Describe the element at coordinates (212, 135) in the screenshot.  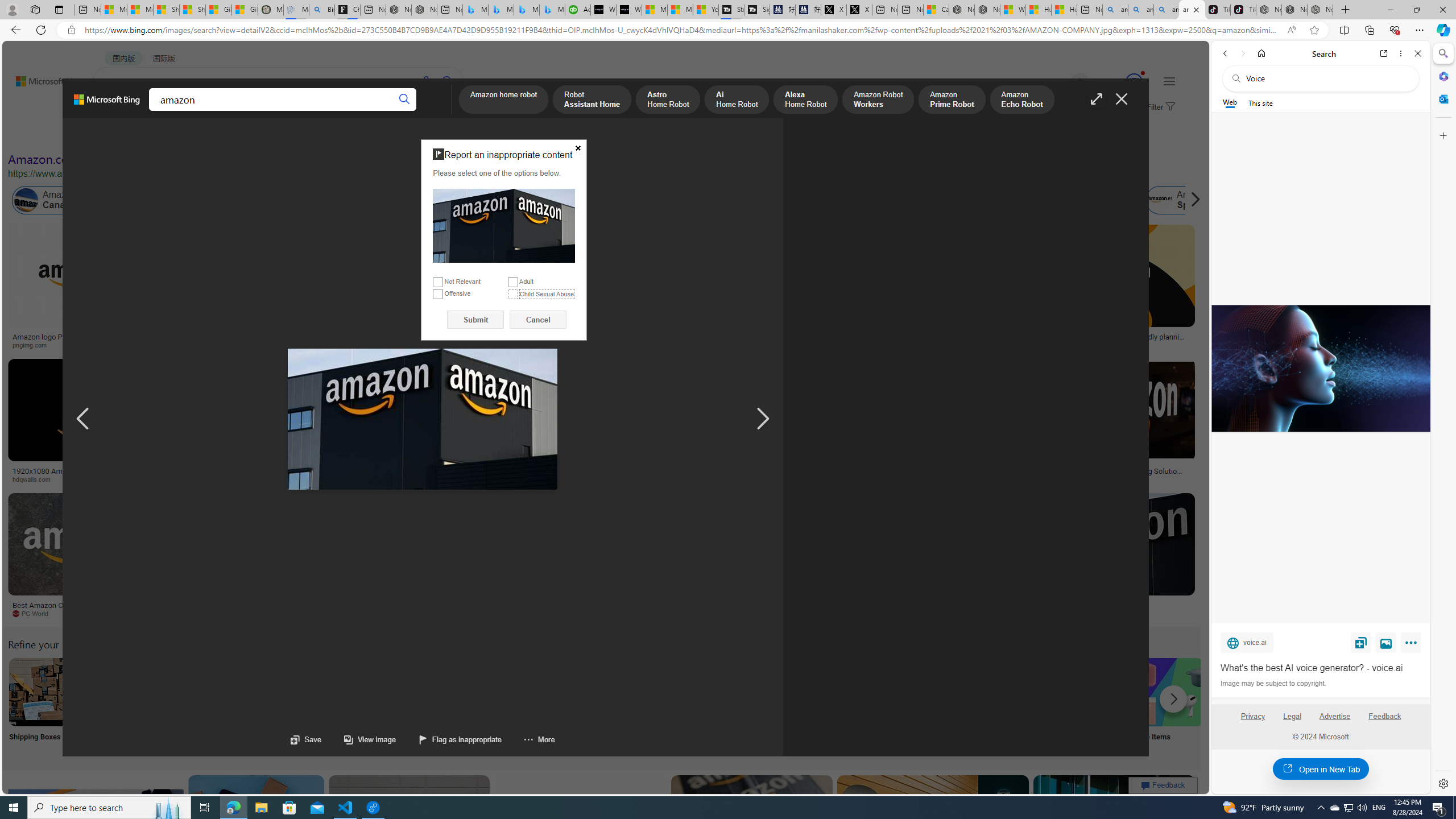
I see `'Type'` at that location.